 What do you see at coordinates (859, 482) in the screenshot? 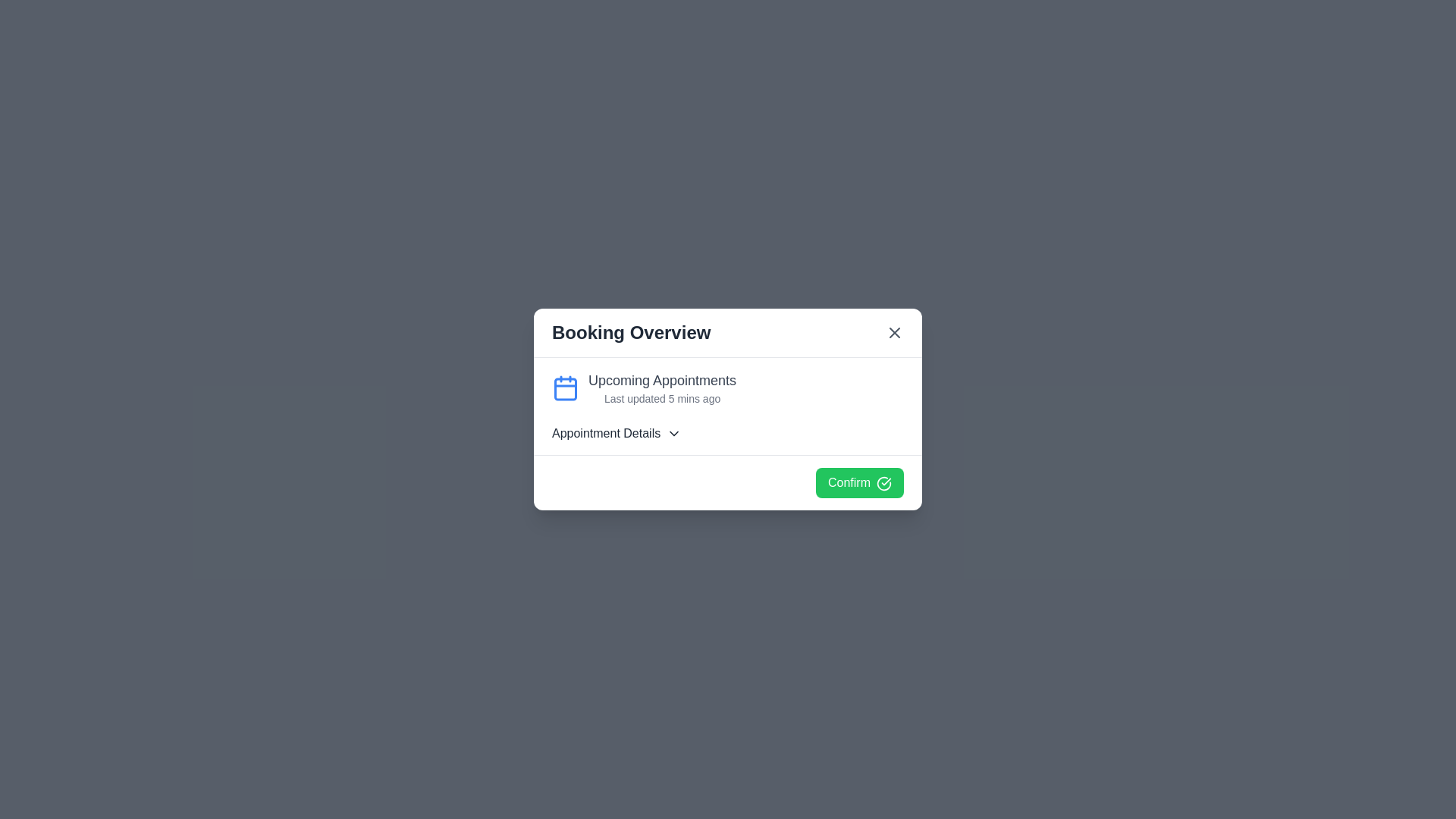
I see `the green 'Confirm' button with rounded corners that contains a checkmark icon` at bounding box center [859, 482].